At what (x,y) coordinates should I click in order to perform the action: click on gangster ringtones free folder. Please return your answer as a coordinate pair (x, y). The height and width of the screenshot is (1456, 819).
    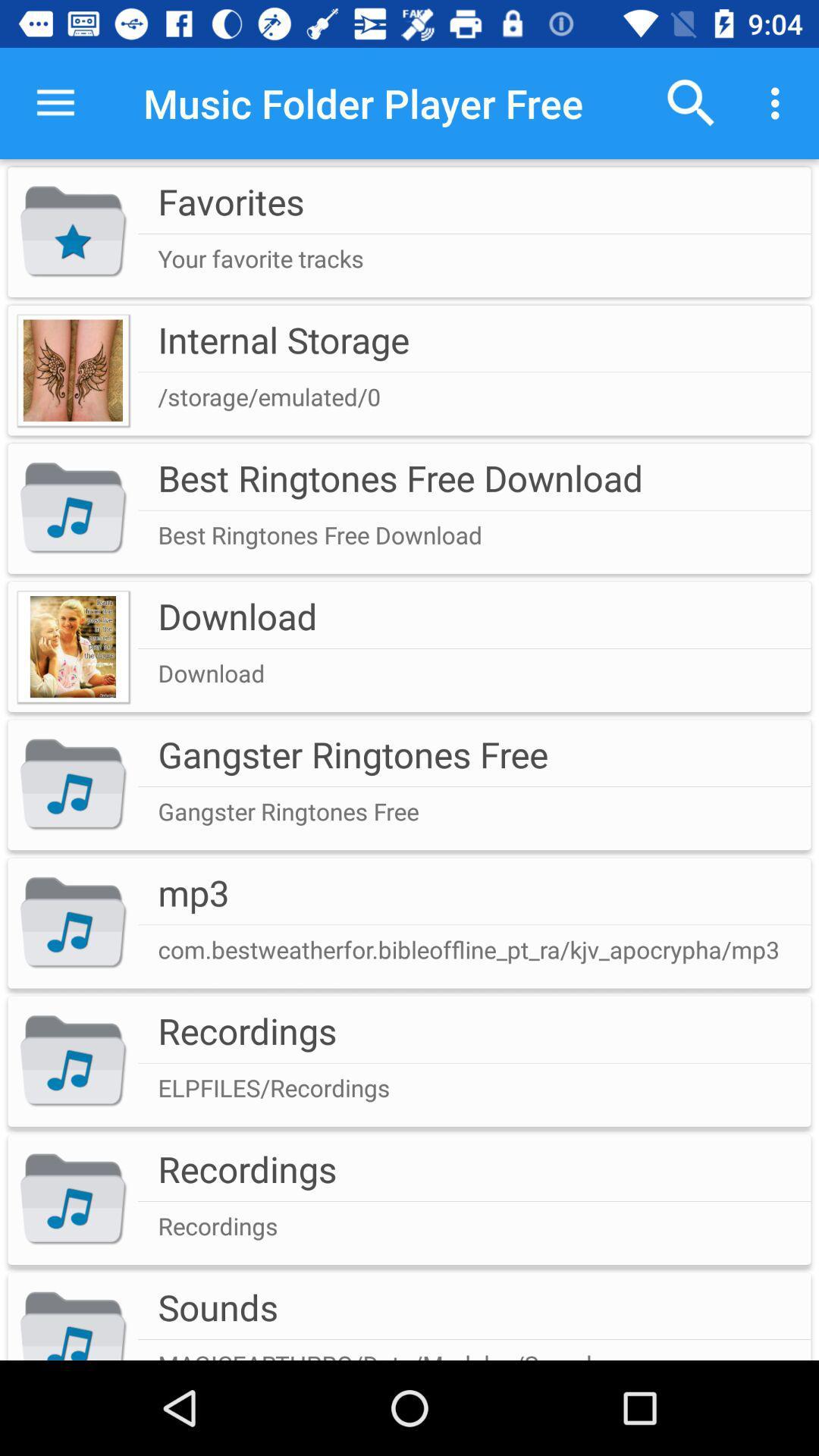
    Looking at the image, I should click on (409, 785).